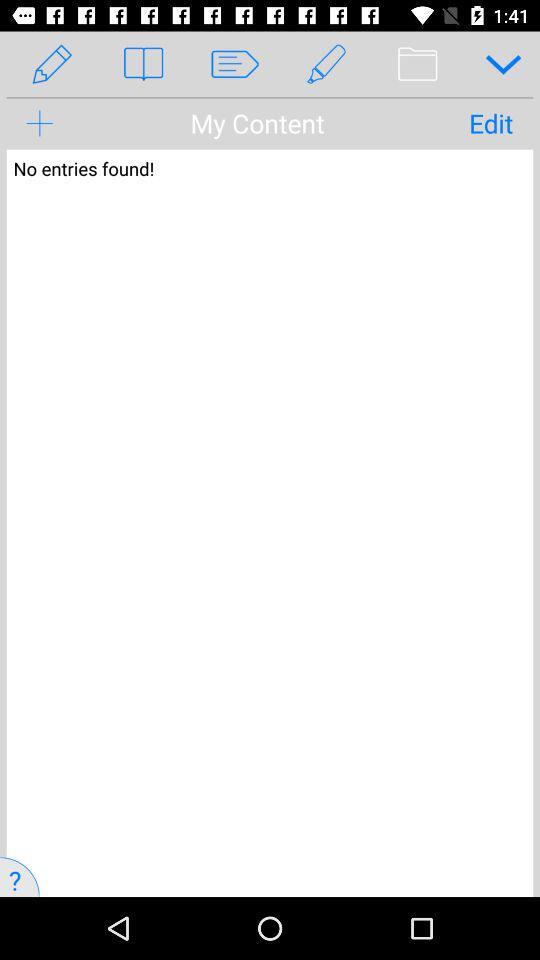  Describe the element at coordinates (270, 51) in the screenshot. I see `the icon in the first line which is right side of the pencil icon` at that location.